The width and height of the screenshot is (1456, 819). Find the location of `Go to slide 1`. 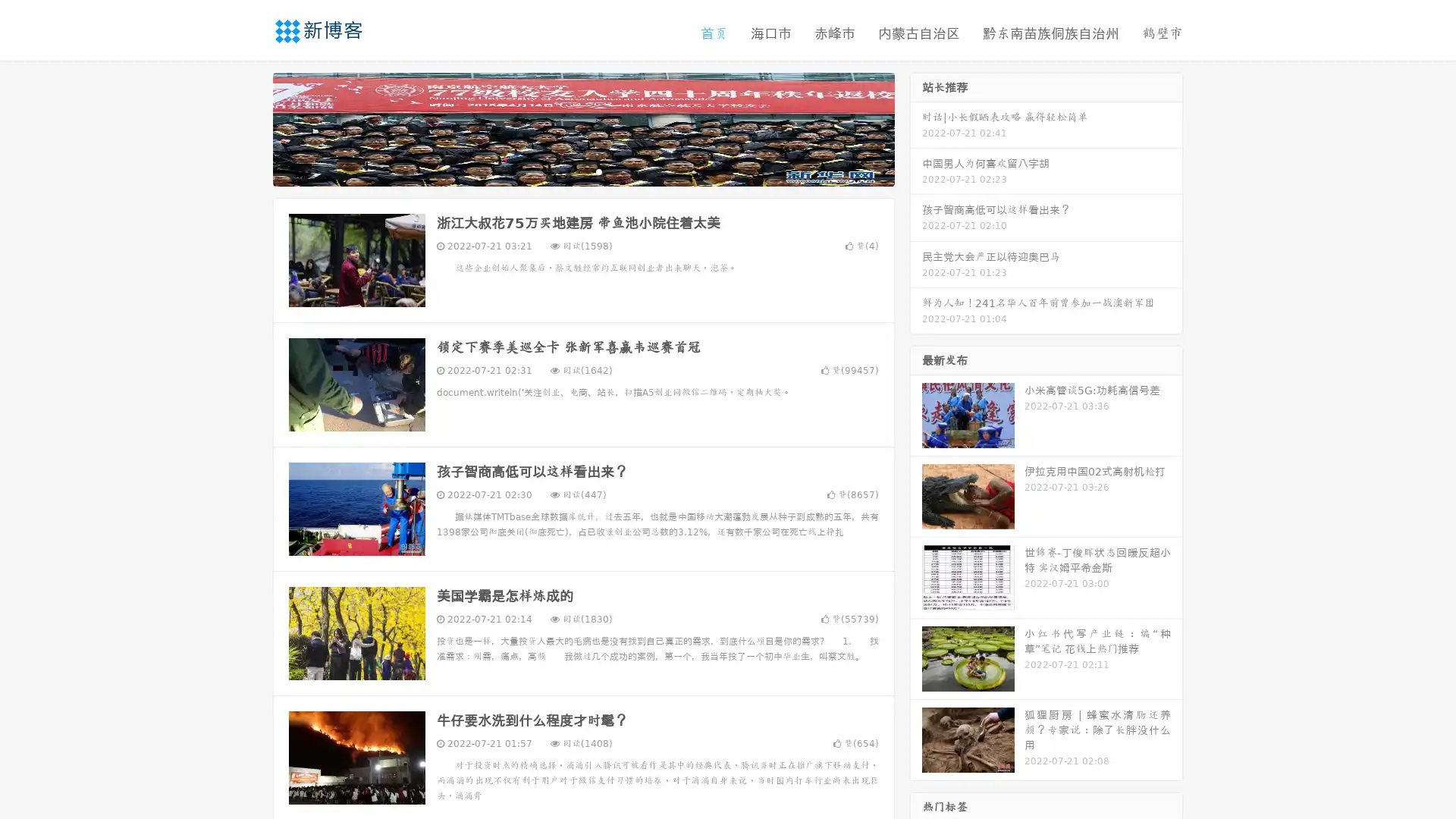

Go to slide 1 is located at coordinates (567, 171).